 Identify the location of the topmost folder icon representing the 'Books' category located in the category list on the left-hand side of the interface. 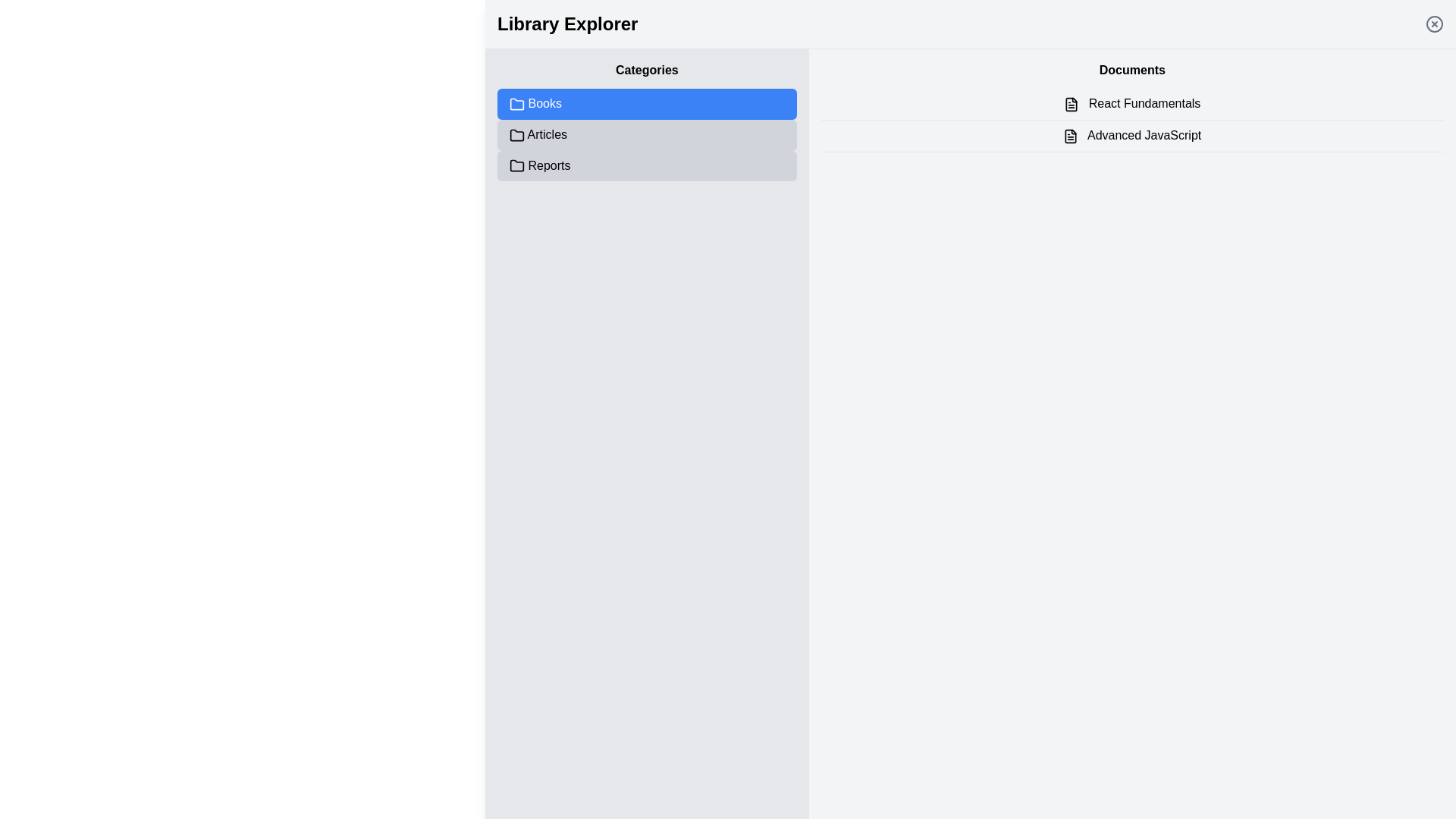
(516, 103).